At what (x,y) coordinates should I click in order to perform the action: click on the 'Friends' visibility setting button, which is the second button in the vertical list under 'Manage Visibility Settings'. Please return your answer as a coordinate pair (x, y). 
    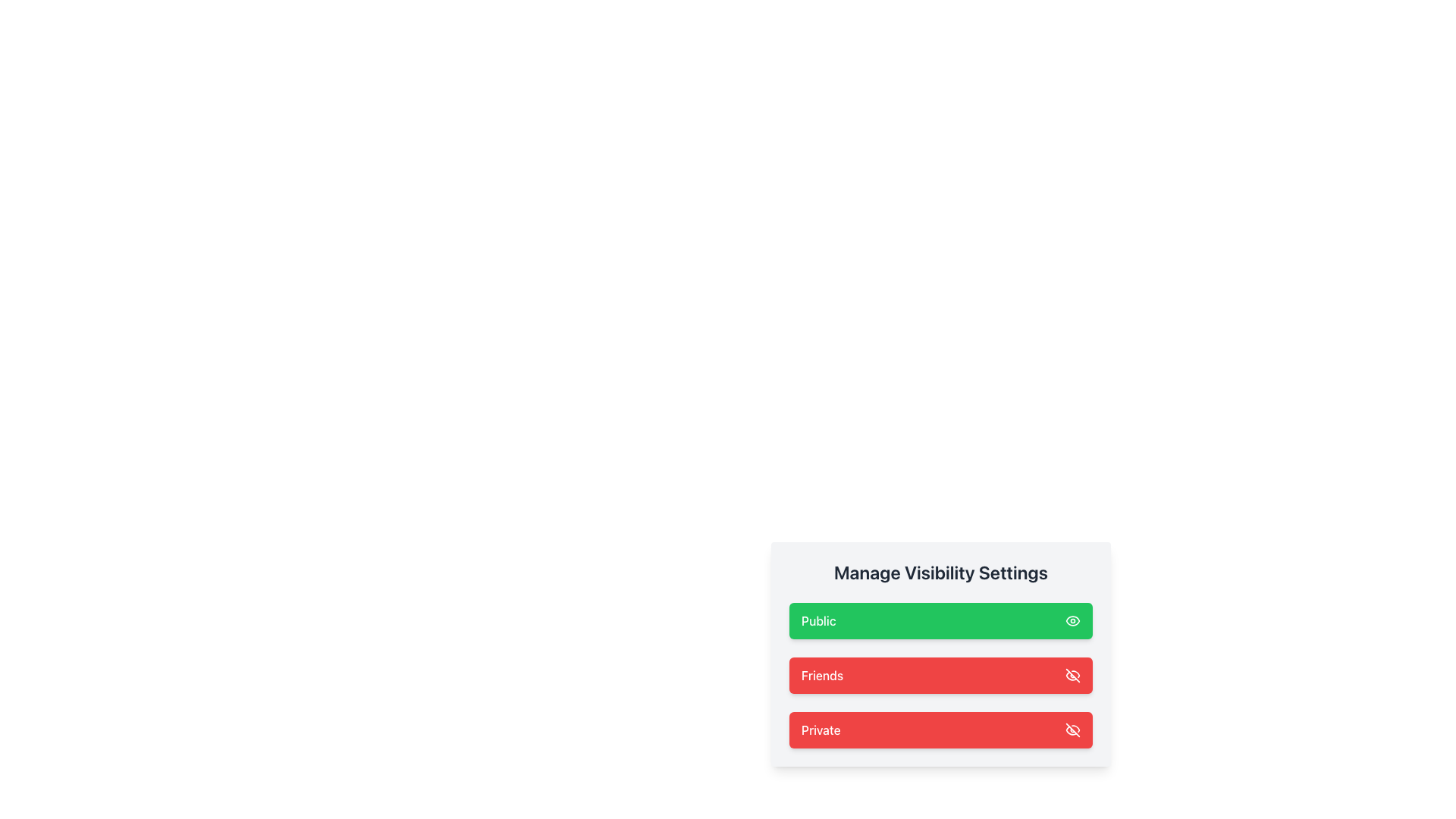
    Looking at the image, I should click on (940, 675).